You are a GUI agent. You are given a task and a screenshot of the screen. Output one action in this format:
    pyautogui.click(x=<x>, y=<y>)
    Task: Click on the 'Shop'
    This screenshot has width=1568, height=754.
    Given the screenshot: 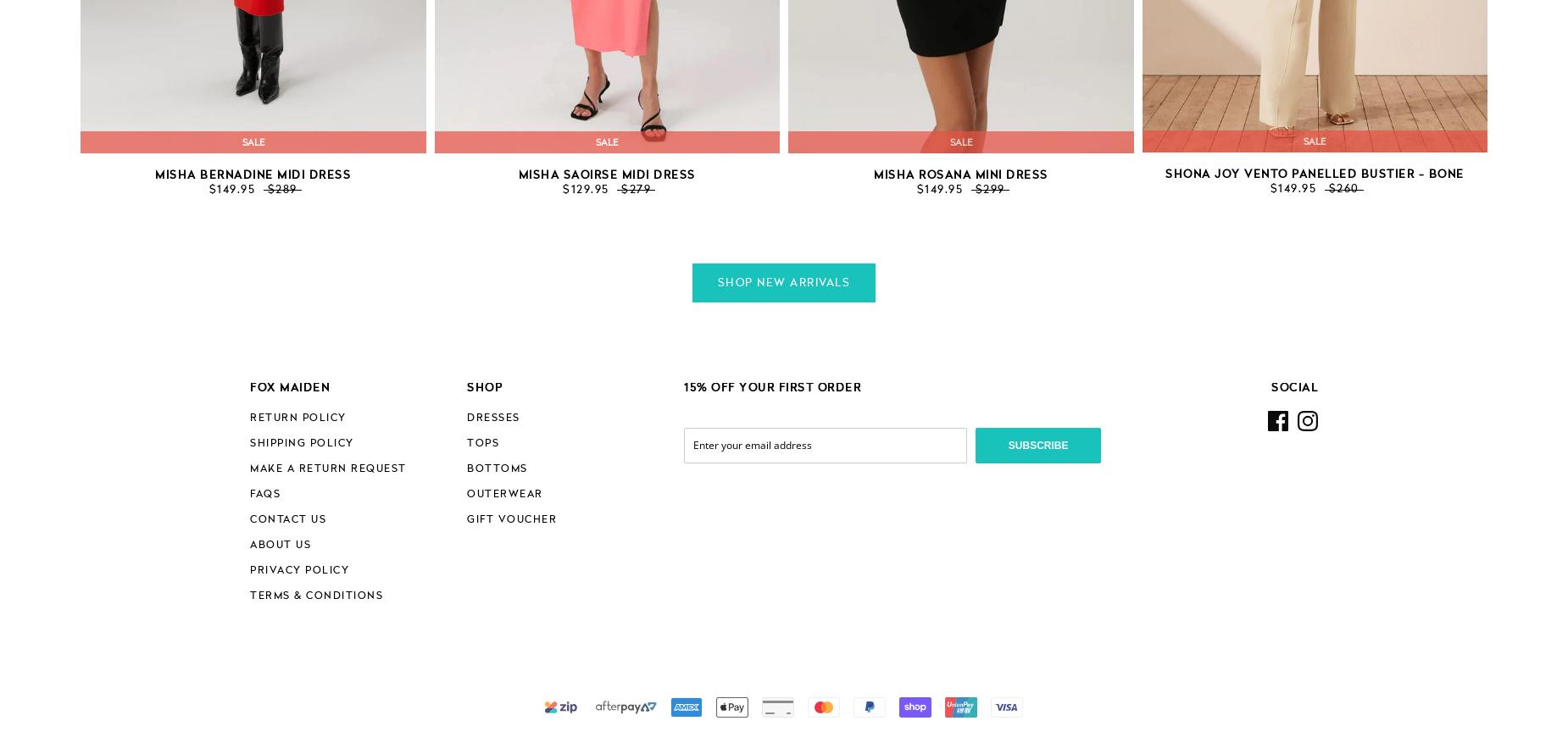 What is the action you would take?
    pyautogui.click(x=485, y=387)
    